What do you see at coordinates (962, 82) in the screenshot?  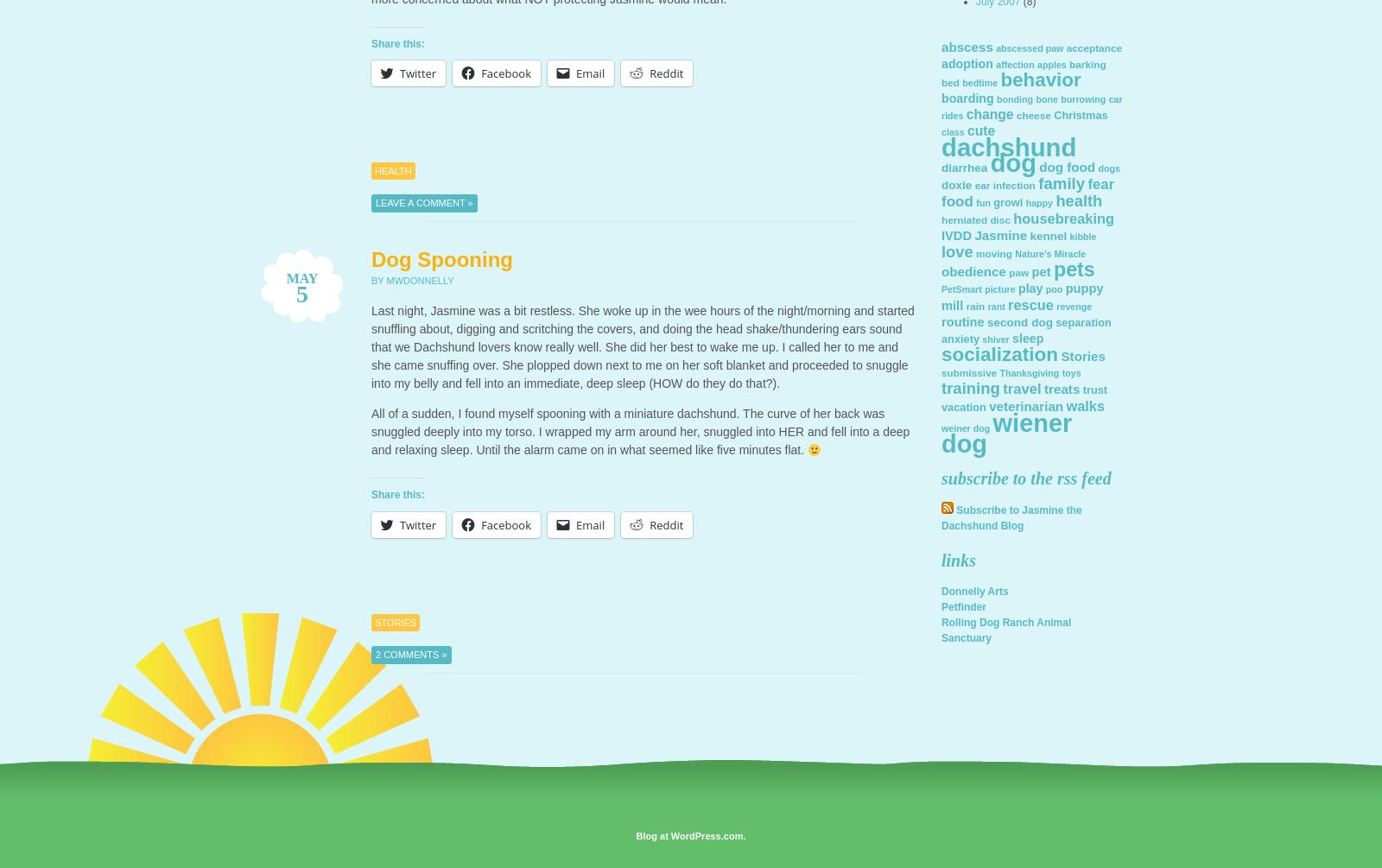 I see `'bedtime'` at bounding box center [962, 82].